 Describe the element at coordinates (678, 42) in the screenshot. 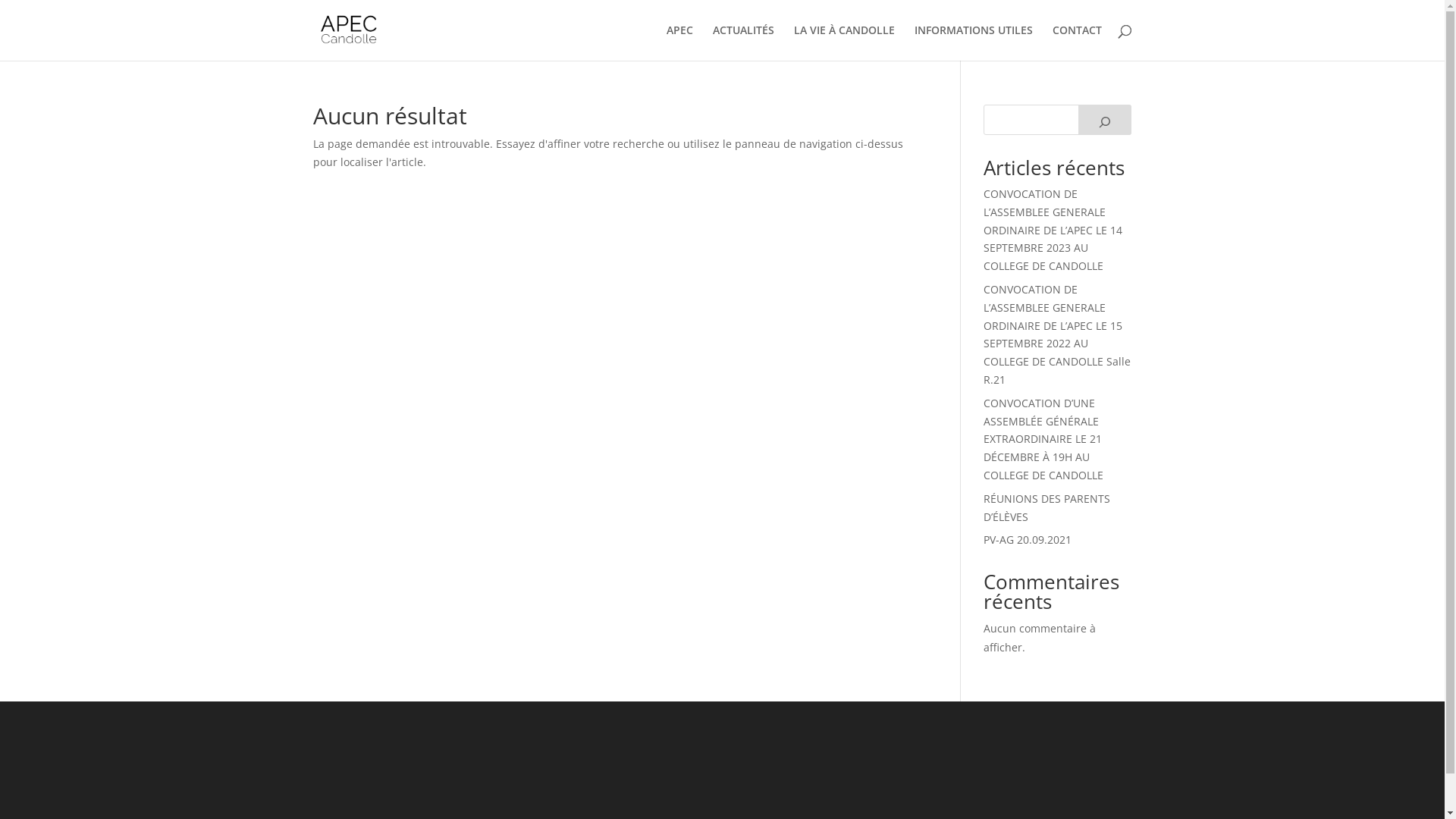

I see `'APEC'` at that location.